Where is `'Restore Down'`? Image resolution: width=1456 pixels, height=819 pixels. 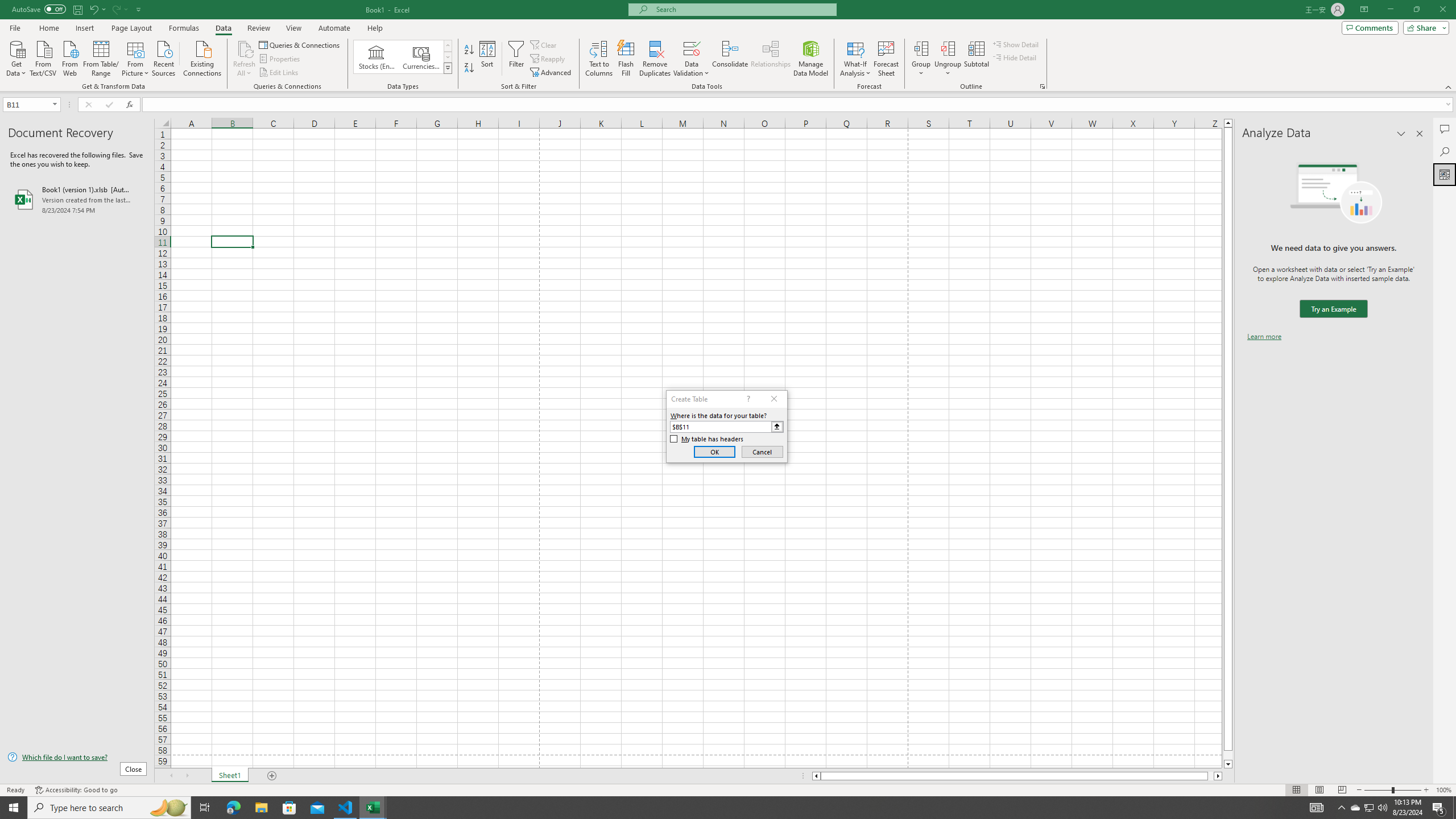
'Restore Down' is located at coordinates (1416, 9).